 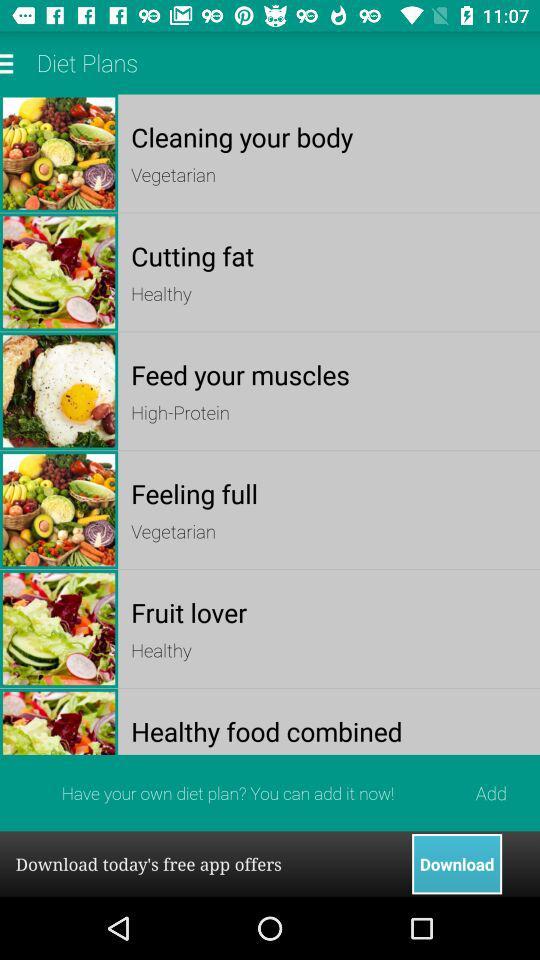 What do you see at coordinates (329, 492) in the screenshot?
I see `feeling full` at bounding box center [329, 492].